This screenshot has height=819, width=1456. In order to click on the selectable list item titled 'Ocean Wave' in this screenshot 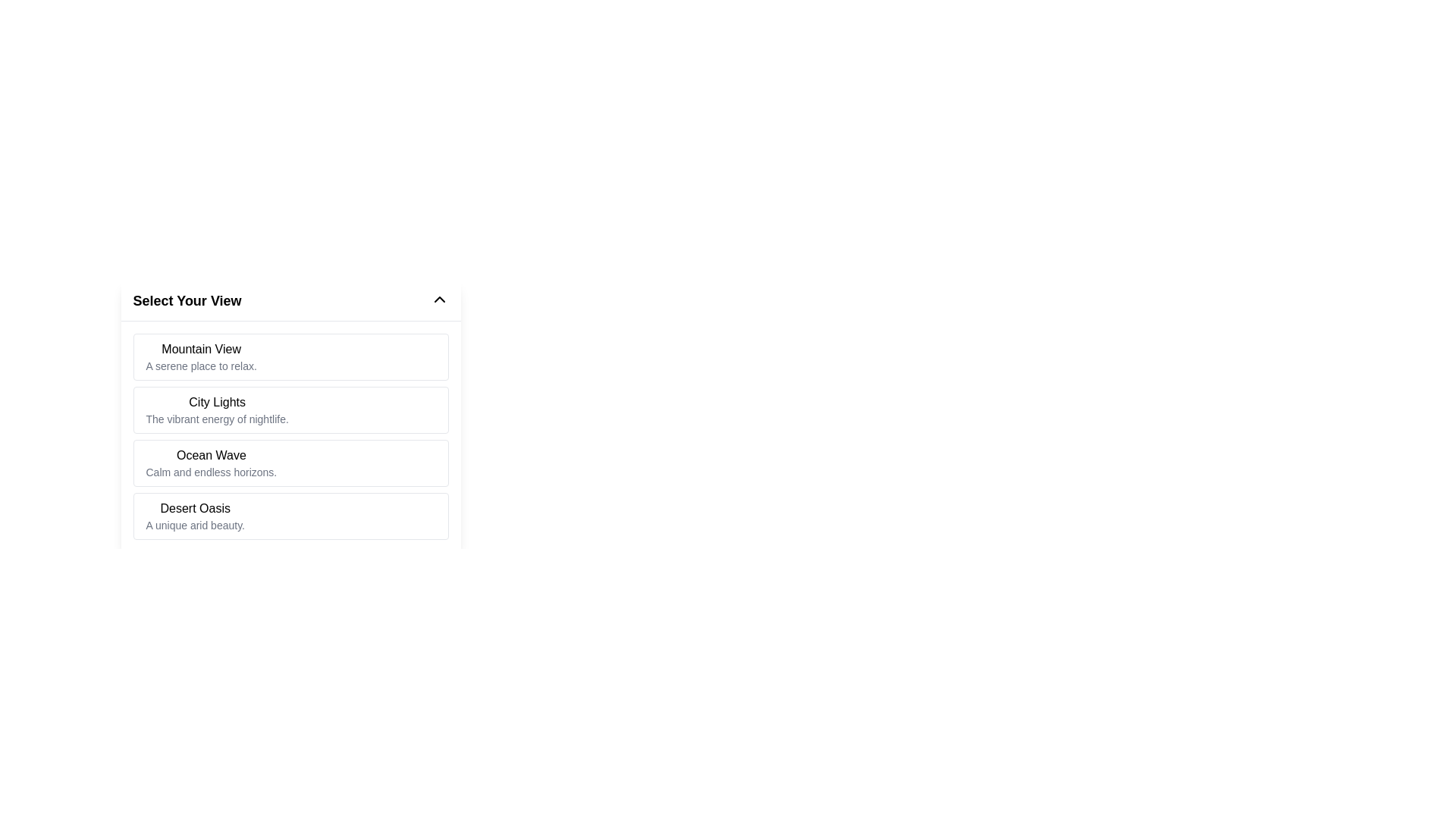, I will do `click(290, 462)`.